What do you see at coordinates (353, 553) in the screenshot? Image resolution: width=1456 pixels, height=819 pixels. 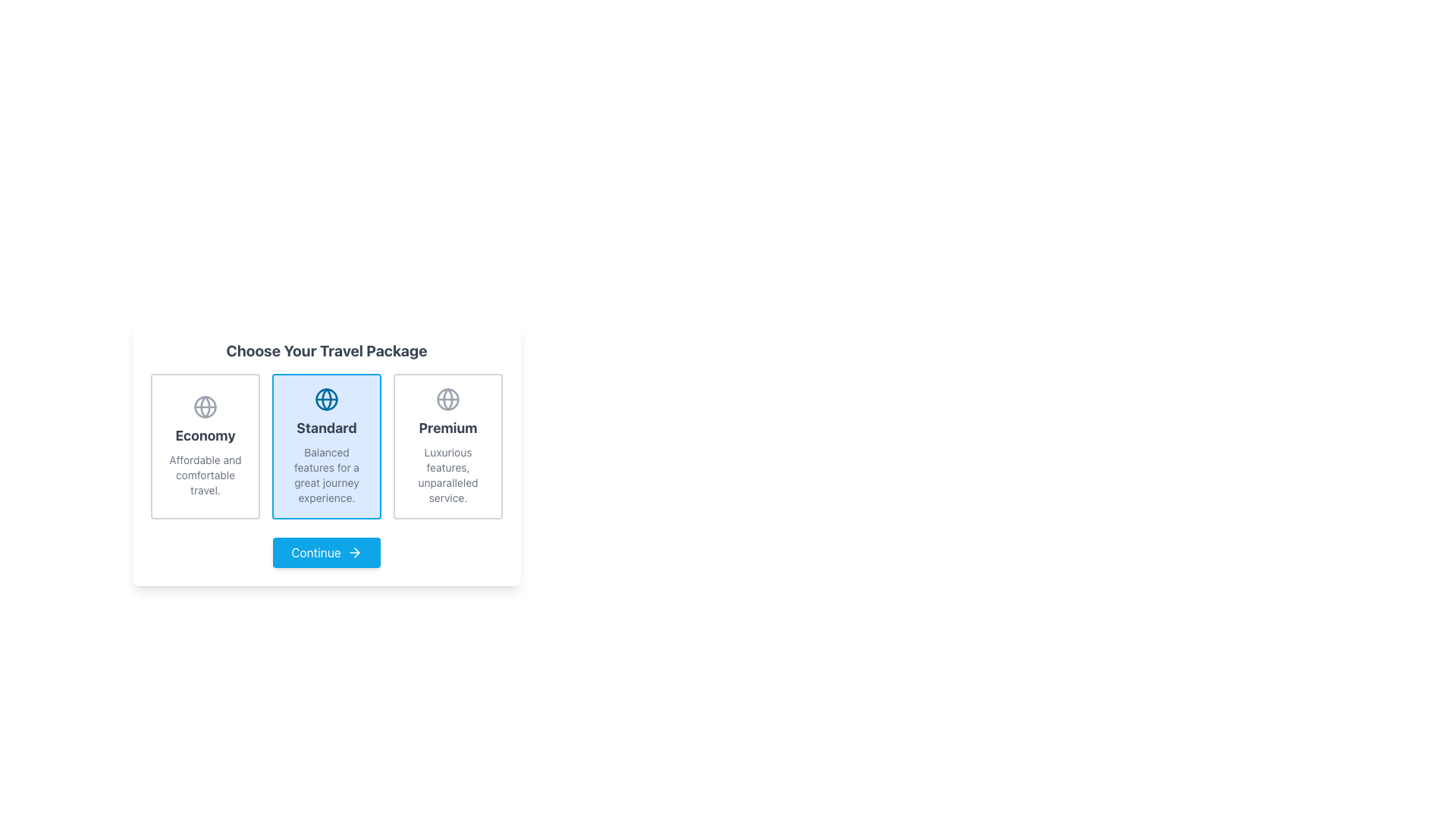 I see `the white outline arrow icon located on the right side of the blue 'Continue' button at the bottom center of the interface` at bounding box center [353, 553].